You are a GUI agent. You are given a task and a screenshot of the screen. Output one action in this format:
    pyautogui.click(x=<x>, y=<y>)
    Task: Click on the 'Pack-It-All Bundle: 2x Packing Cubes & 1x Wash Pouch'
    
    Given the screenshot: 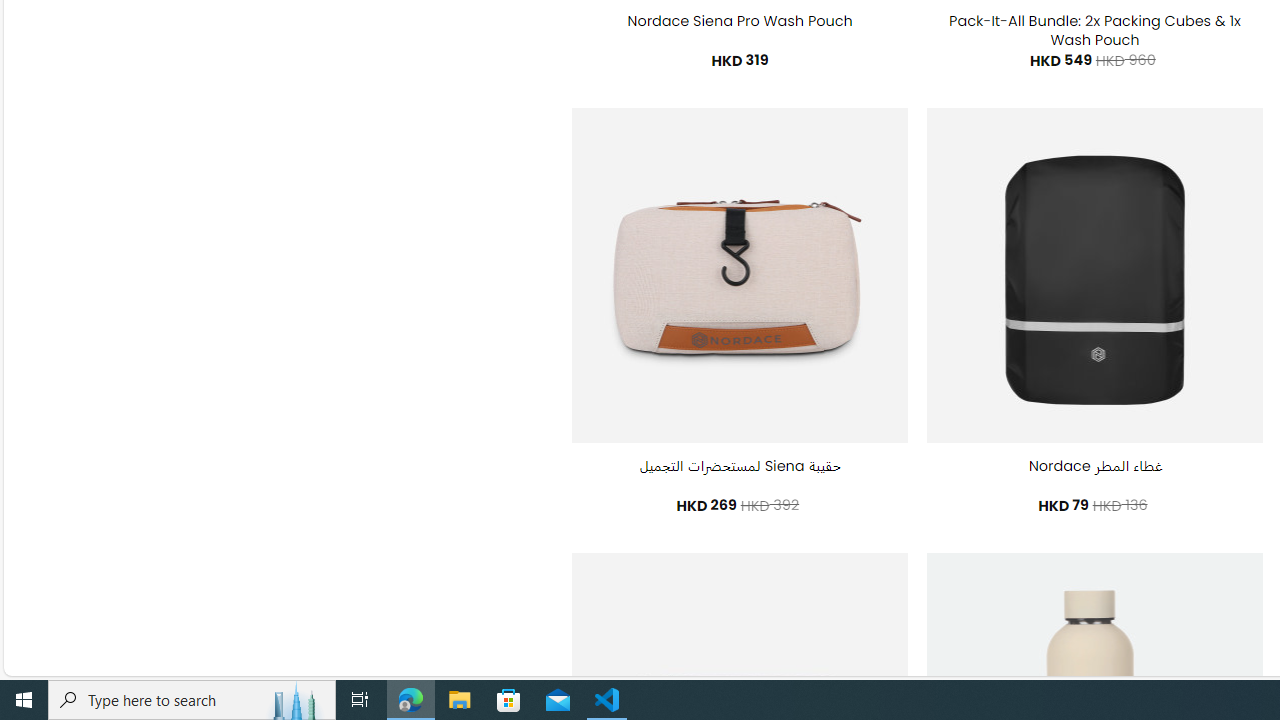 What is the action you would take?
    pyautogui.click(x=1094, y=30)
    